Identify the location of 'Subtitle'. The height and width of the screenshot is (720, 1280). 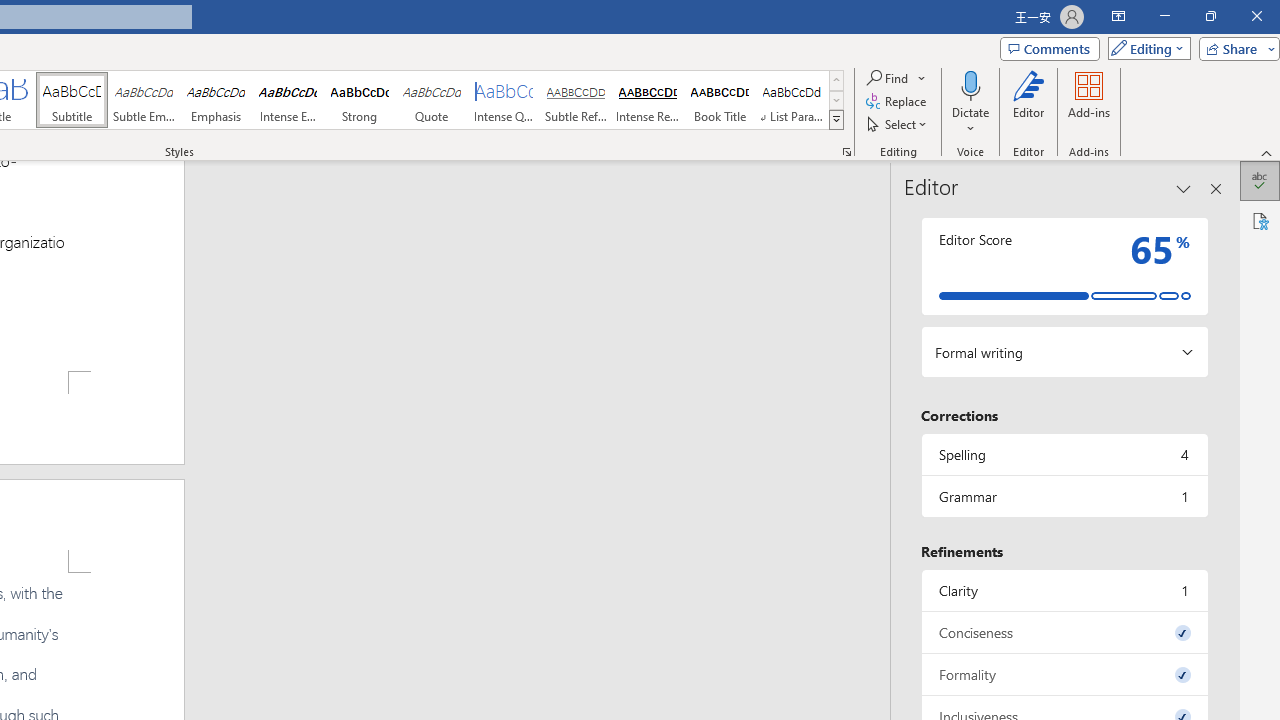
(71, 100).